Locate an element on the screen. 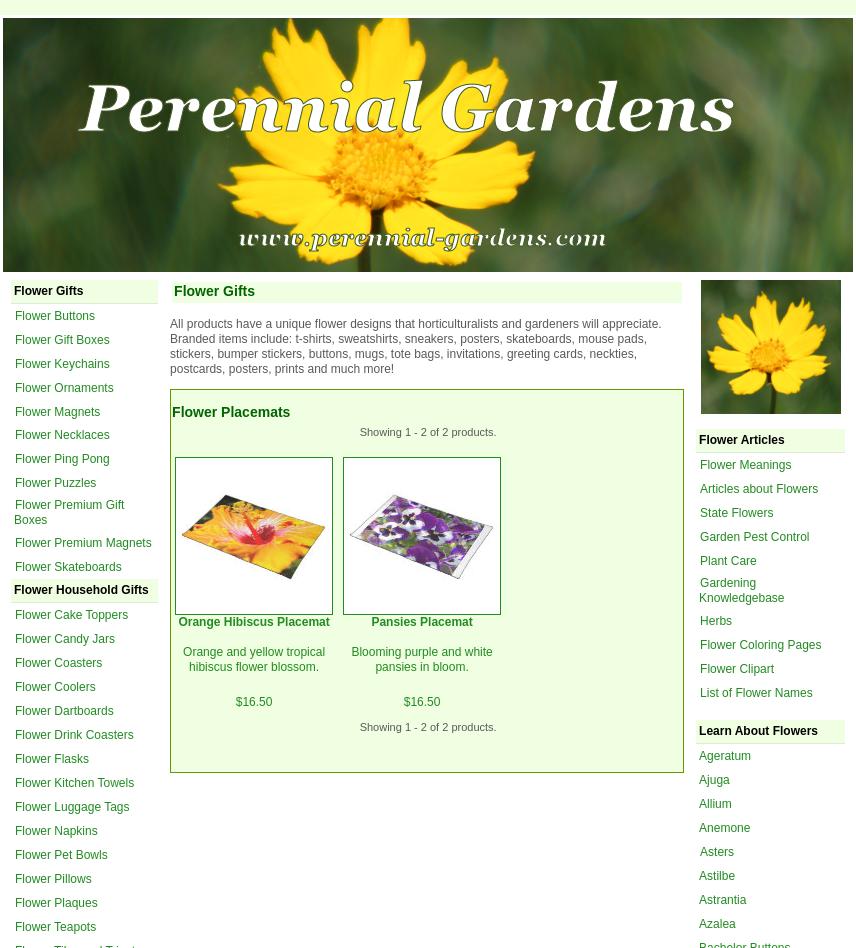 The image size is (856, 948). 'Flower Household Gifts' is located at coordinates (80, 590).